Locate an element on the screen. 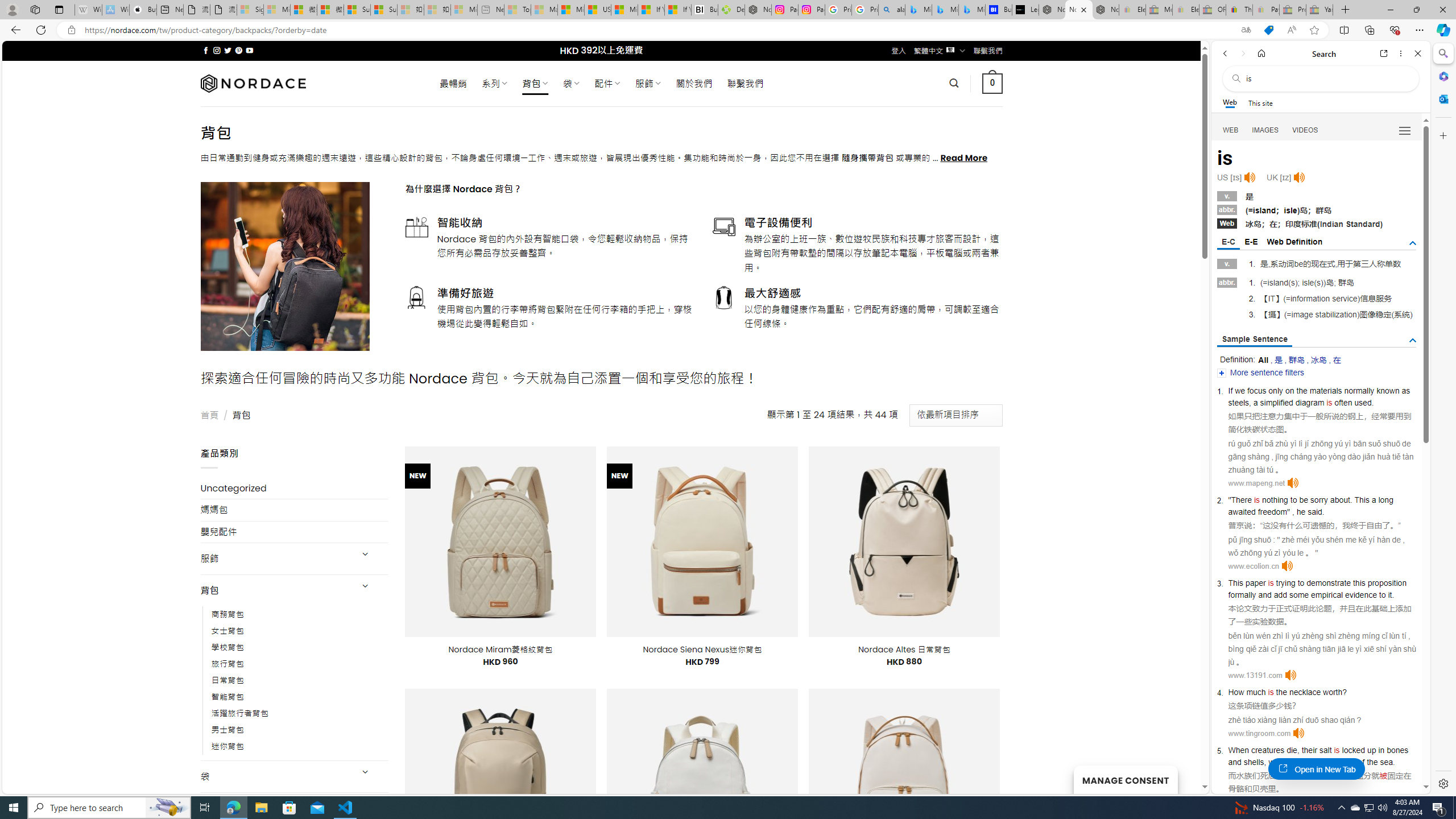  'used' is located at coordinates (1363, 402).